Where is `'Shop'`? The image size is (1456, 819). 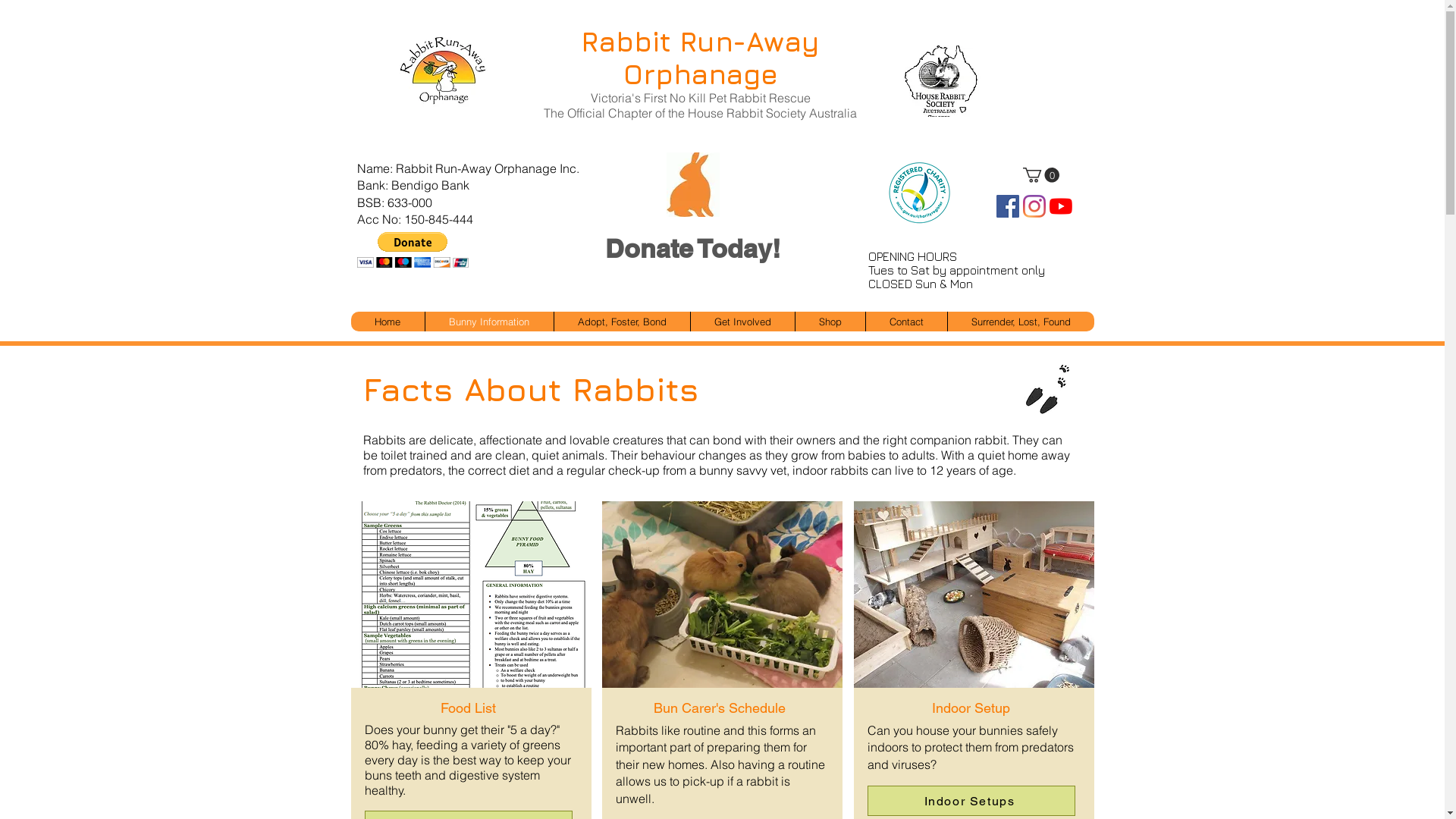 'Shop' is located at coordinates (829, 321).